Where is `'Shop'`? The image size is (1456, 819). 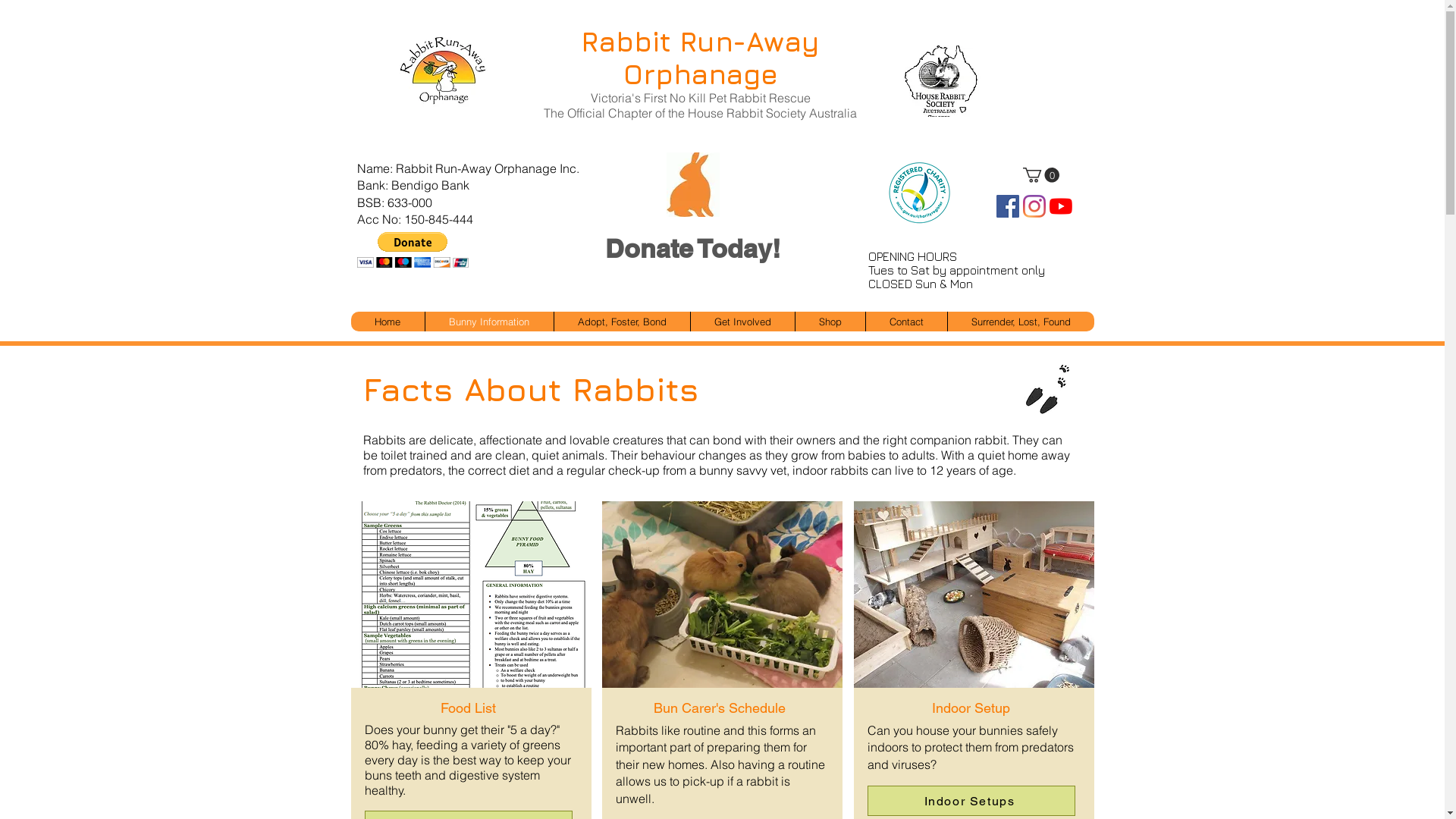 'Shop' is located at coordinates (829, 321).